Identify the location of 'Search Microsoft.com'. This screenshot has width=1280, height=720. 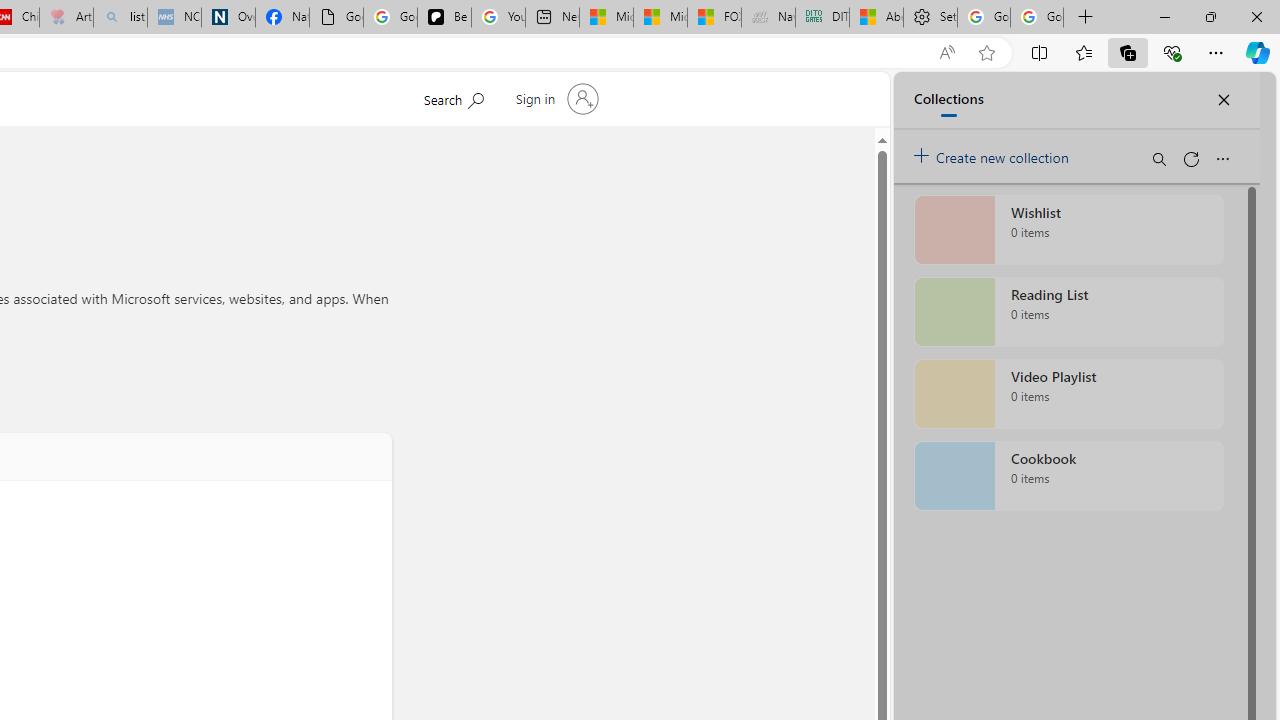
(452, 97).